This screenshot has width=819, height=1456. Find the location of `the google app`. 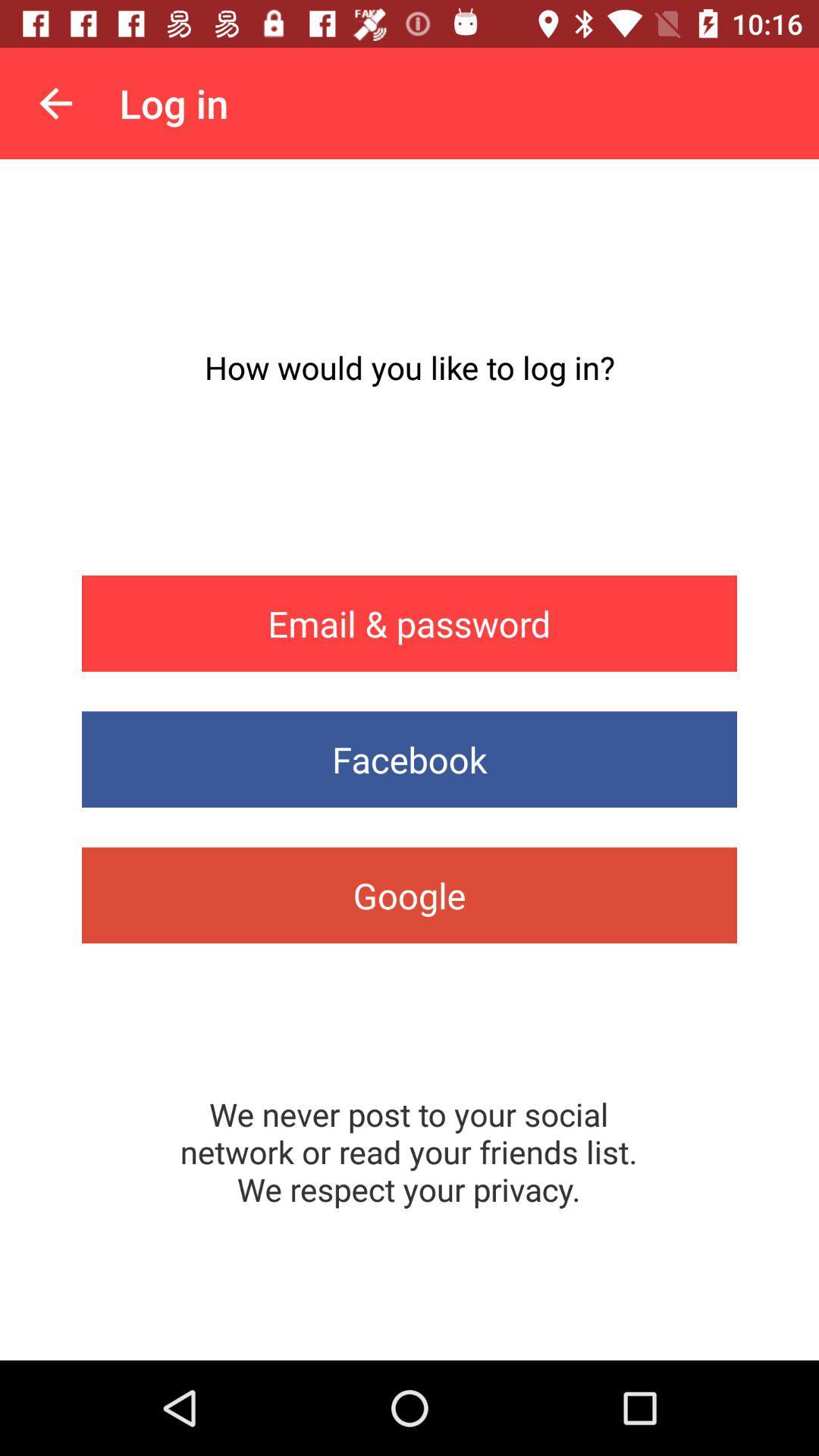

the google app is located at coordinates (409, 895).